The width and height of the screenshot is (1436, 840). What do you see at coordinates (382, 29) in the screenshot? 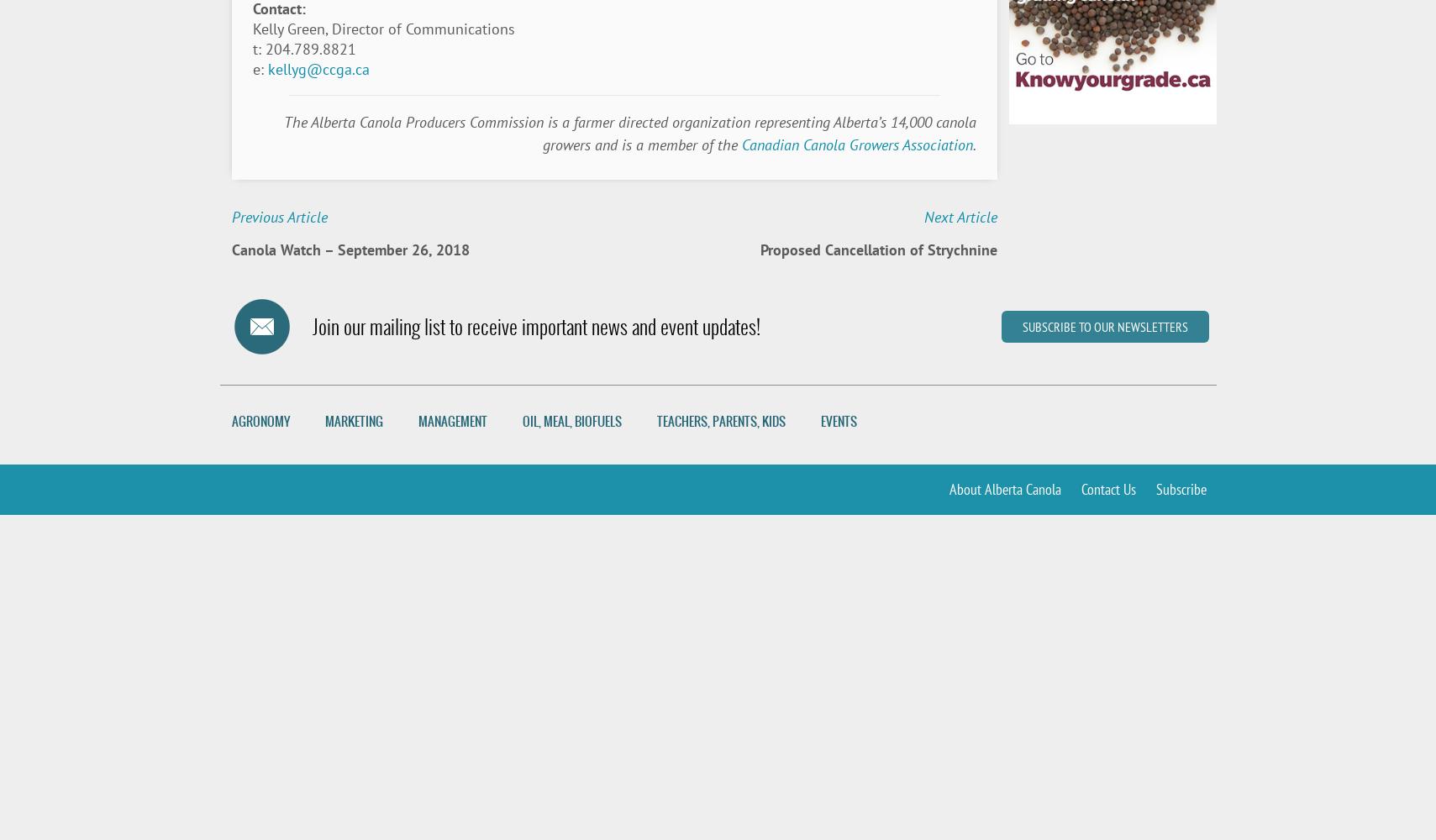
I see `'Kelly Green, Director of Communications'` at bounding box center [382, 29].